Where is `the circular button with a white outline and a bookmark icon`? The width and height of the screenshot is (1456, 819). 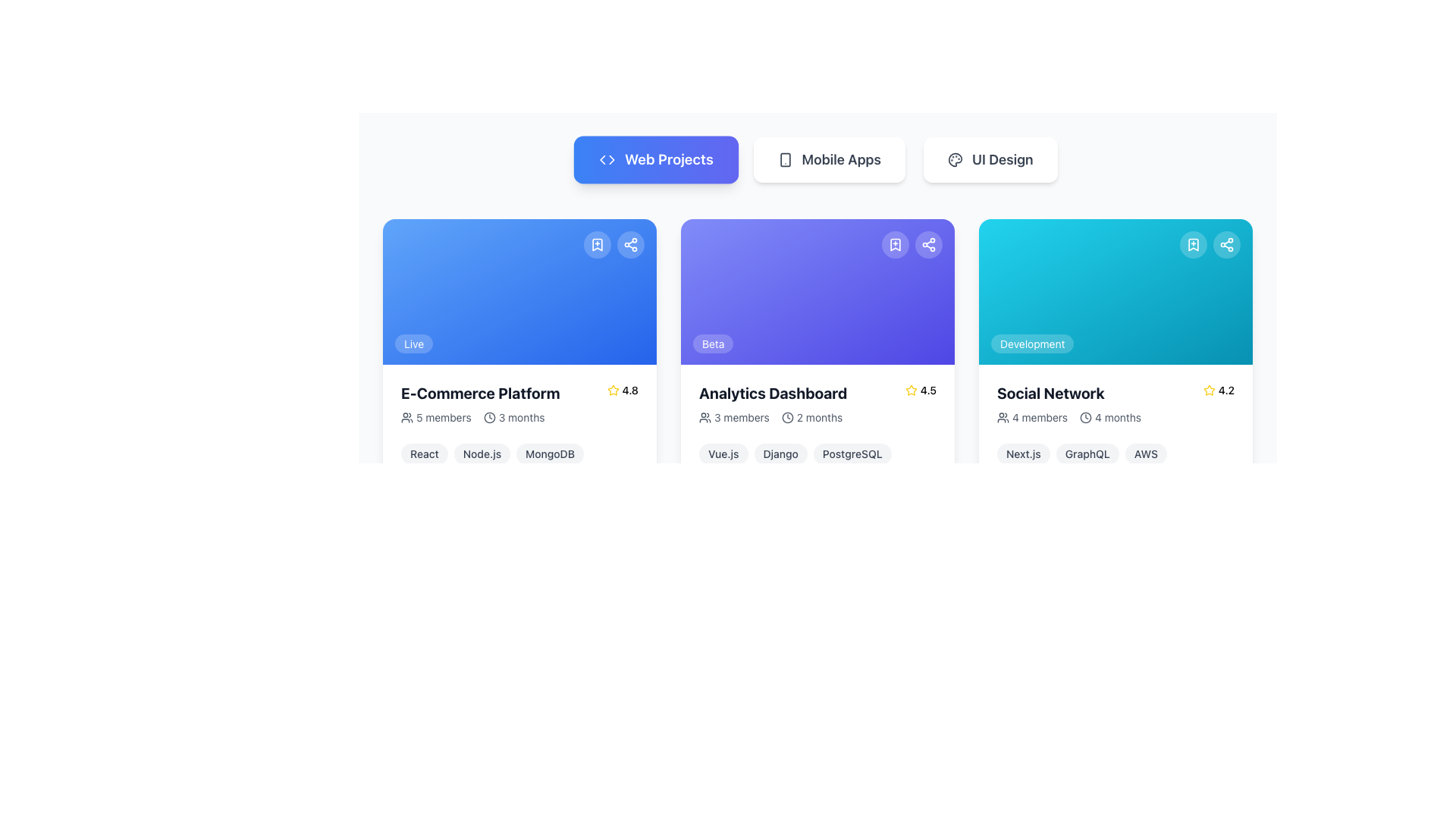 the circular button with a white outline and a bookmark icon is located at coordinates (1193, 244).